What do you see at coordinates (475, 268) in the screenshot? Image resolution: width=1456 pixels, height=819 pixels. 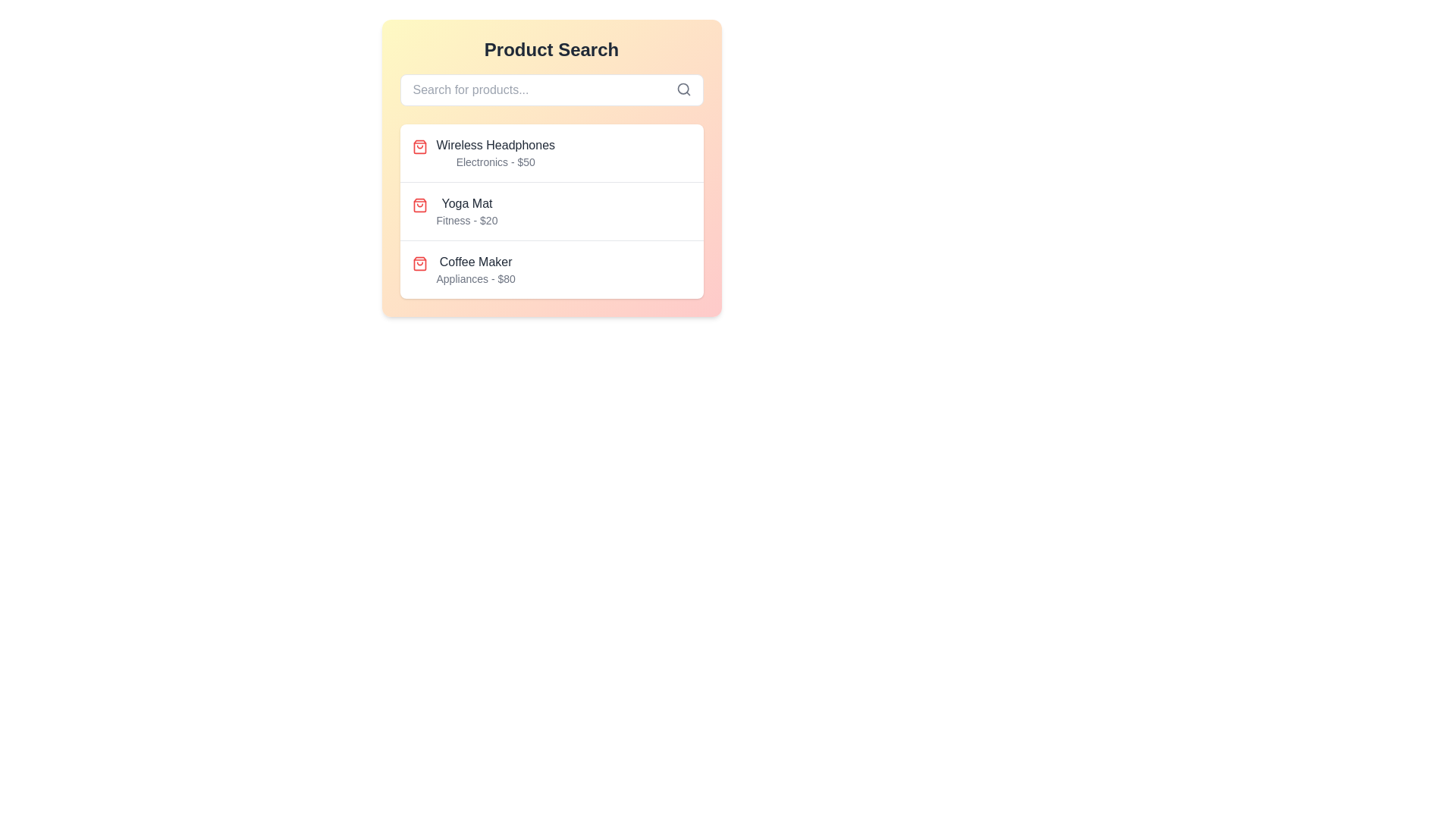 I see `the list item displaying 'Coffee Maker' in the 'Product Search' section using keyboard navigation to focus on it` at bounding box center [475, 268].